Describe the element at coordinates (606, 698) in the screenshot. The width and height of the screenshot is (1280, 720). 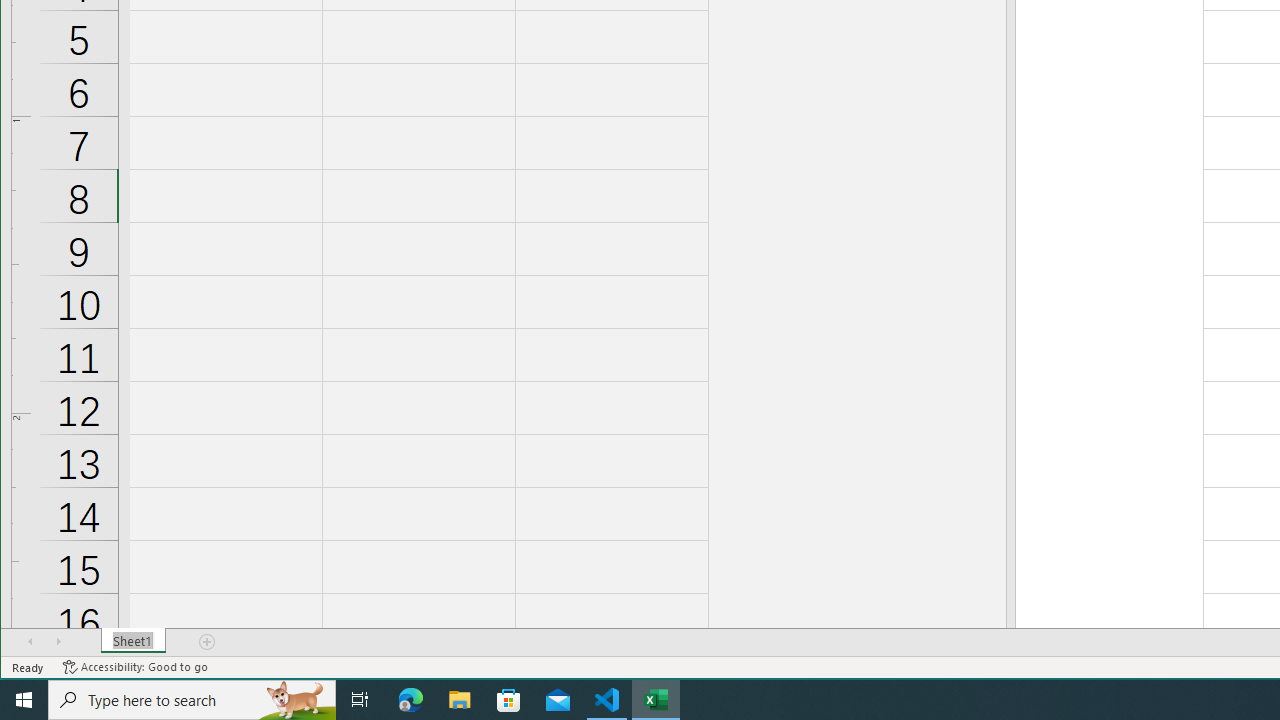
I see `'Visual Studio Code - 1 running window'` at that location.